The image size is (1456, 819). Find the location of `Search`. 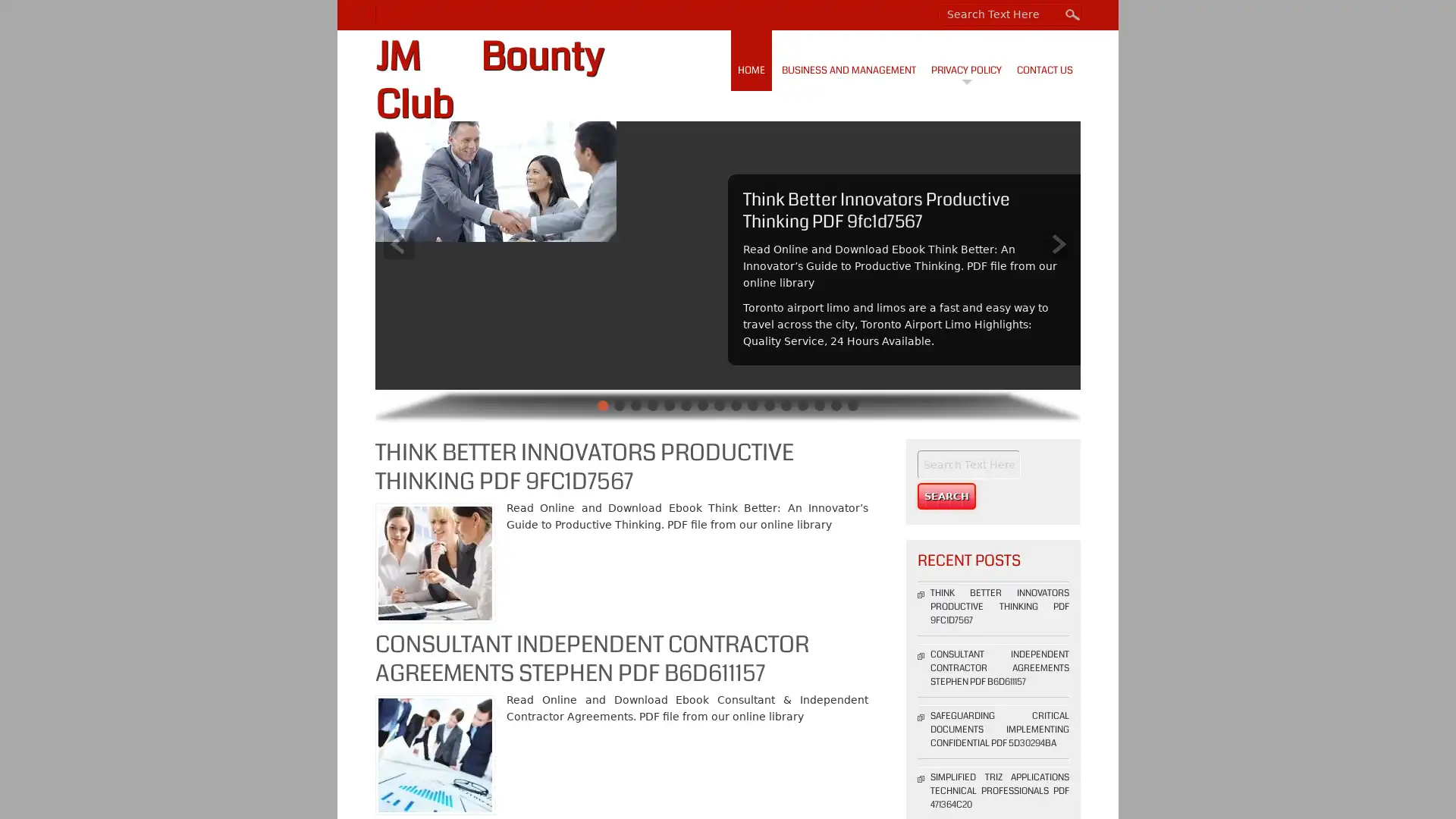

Search is located at coordinates (946, 496).